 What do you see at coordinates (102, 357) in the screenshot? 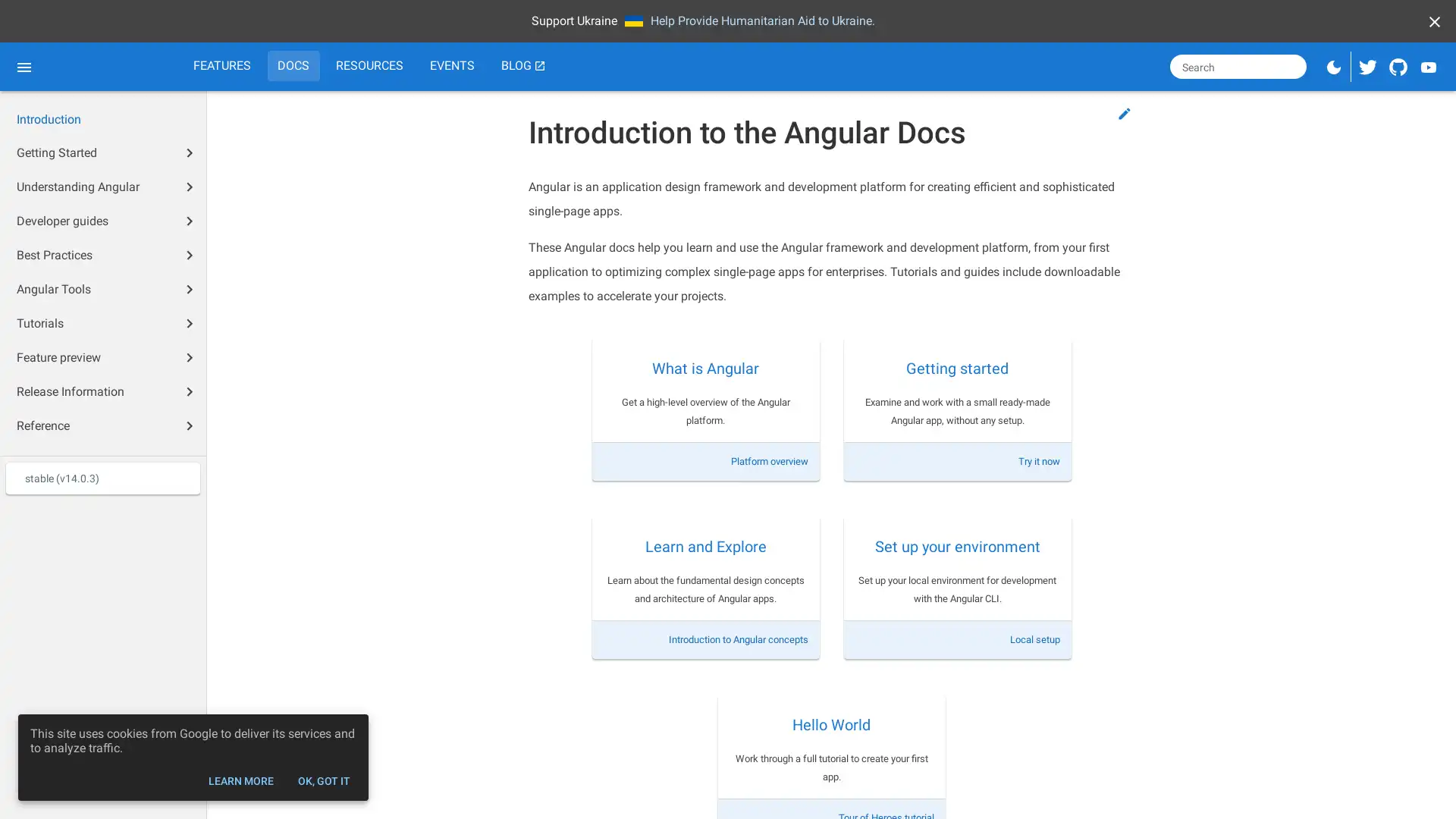
I see `Feature preview` at bounding box center [102, 357].